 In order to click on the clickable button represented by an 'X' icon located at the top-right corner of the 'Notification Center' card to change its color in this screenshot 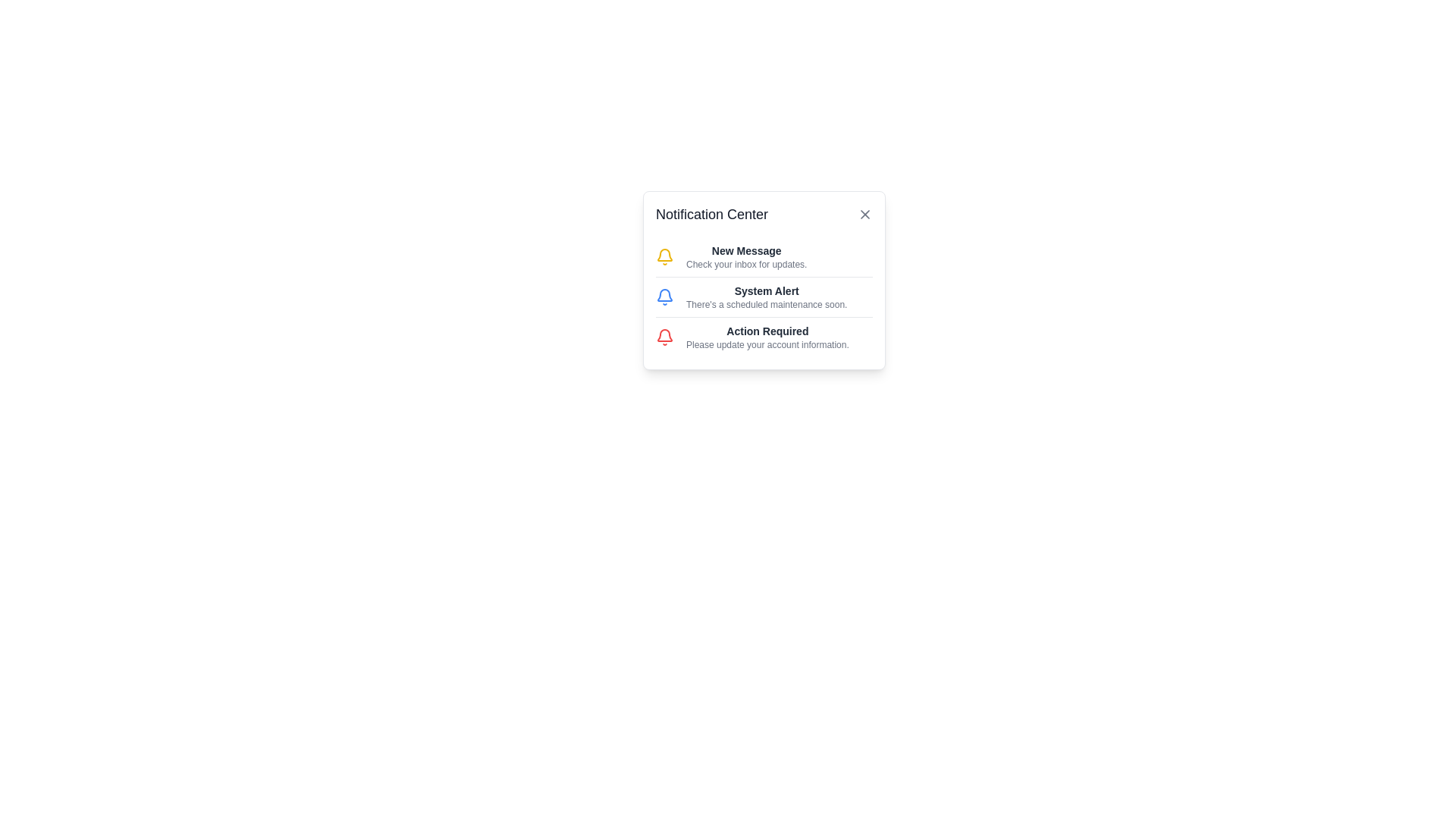, I will do `click(865, 214)`.